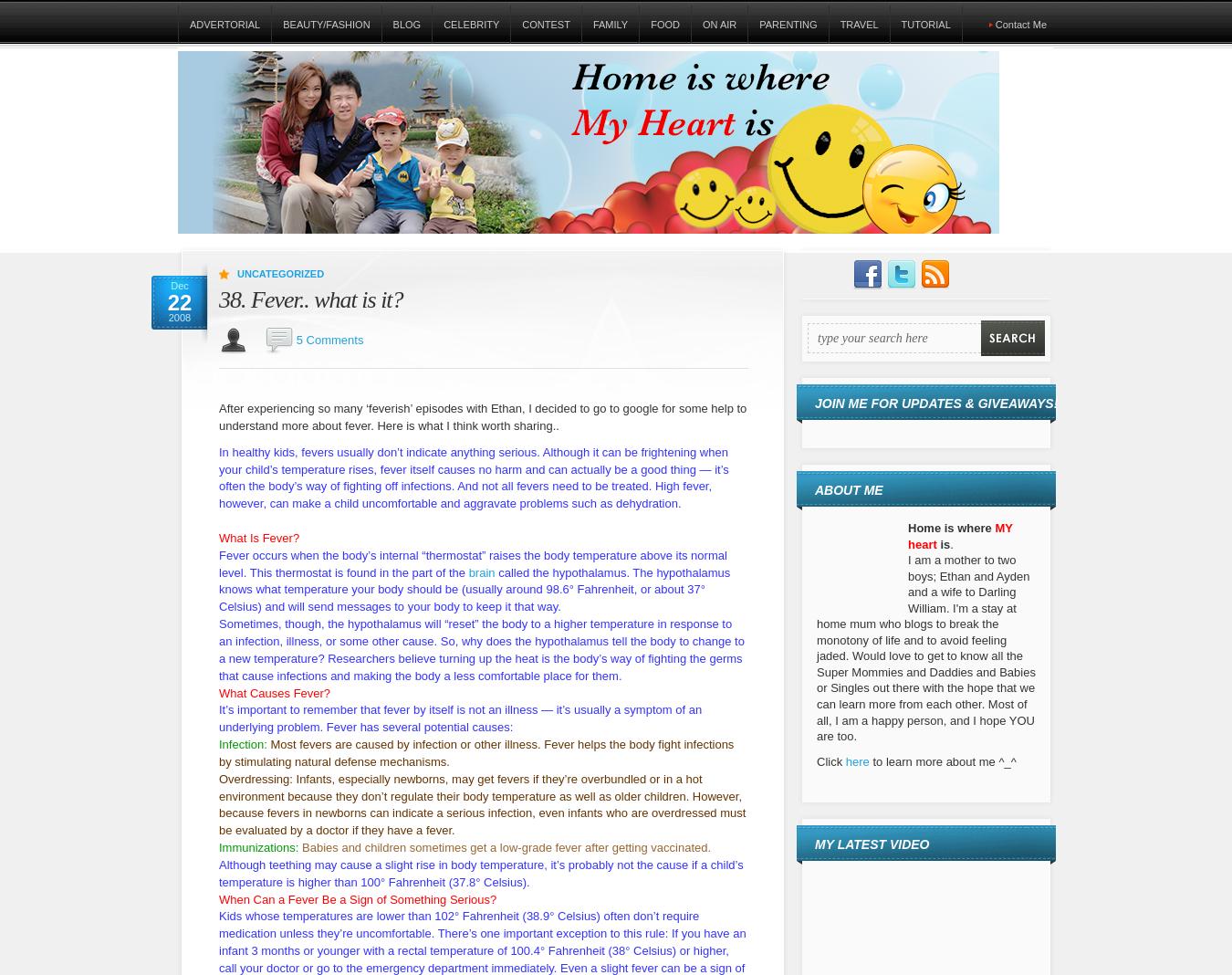 The height and width of the screenshot is (975, 1232). I want to click on 'called the hypothalamus. The hypothalamus knows what temperature your body should be (usually around 98.6° Fahrenheit, or about 37° Celsius) and will send messages to your body to keep it that way.', so click(474, 588).